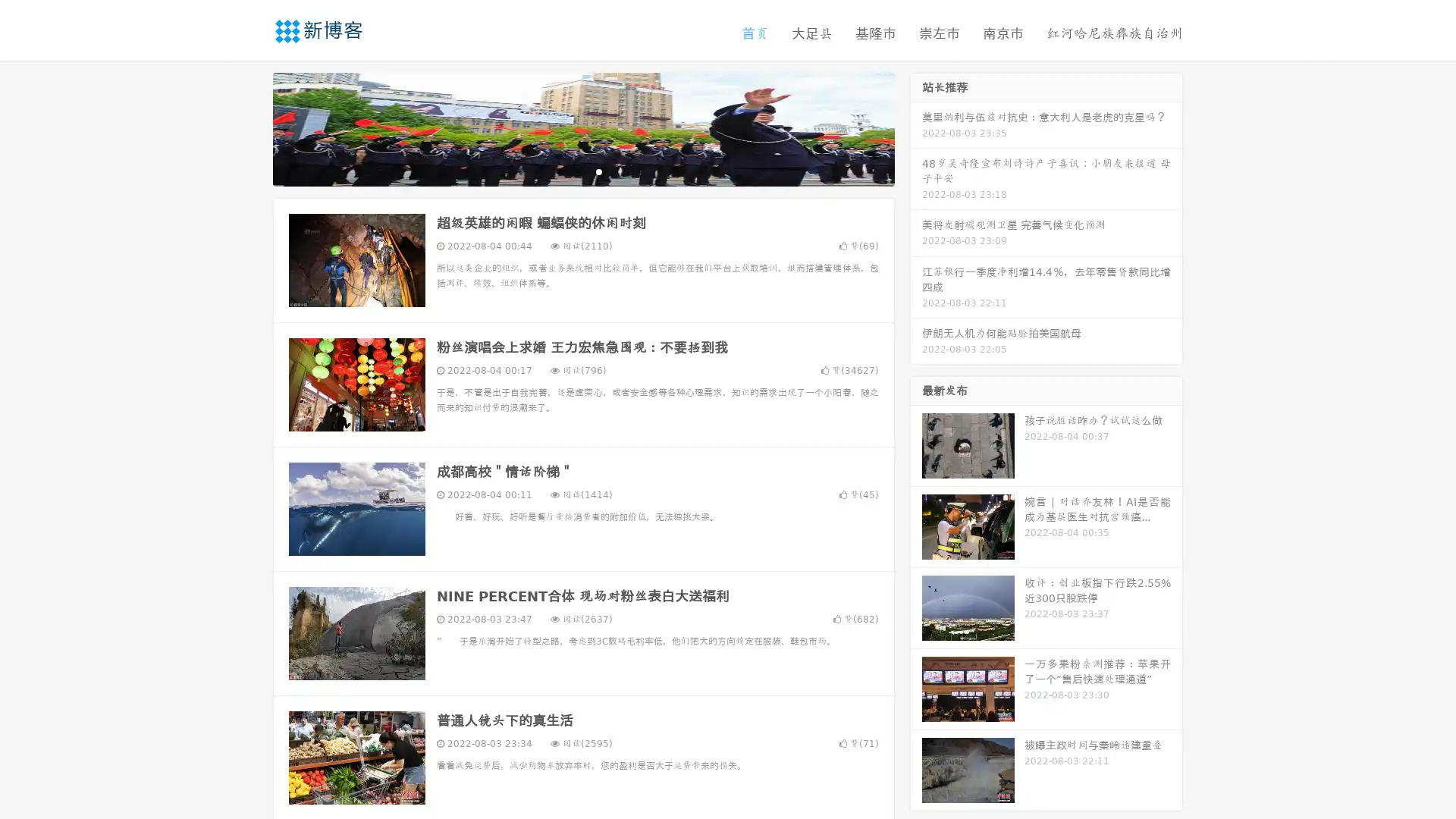 This screenshot has width=1456, height=819. Describe the element at coordinates (250, 127) in the screenshot. I see `Previous slide` at that location.